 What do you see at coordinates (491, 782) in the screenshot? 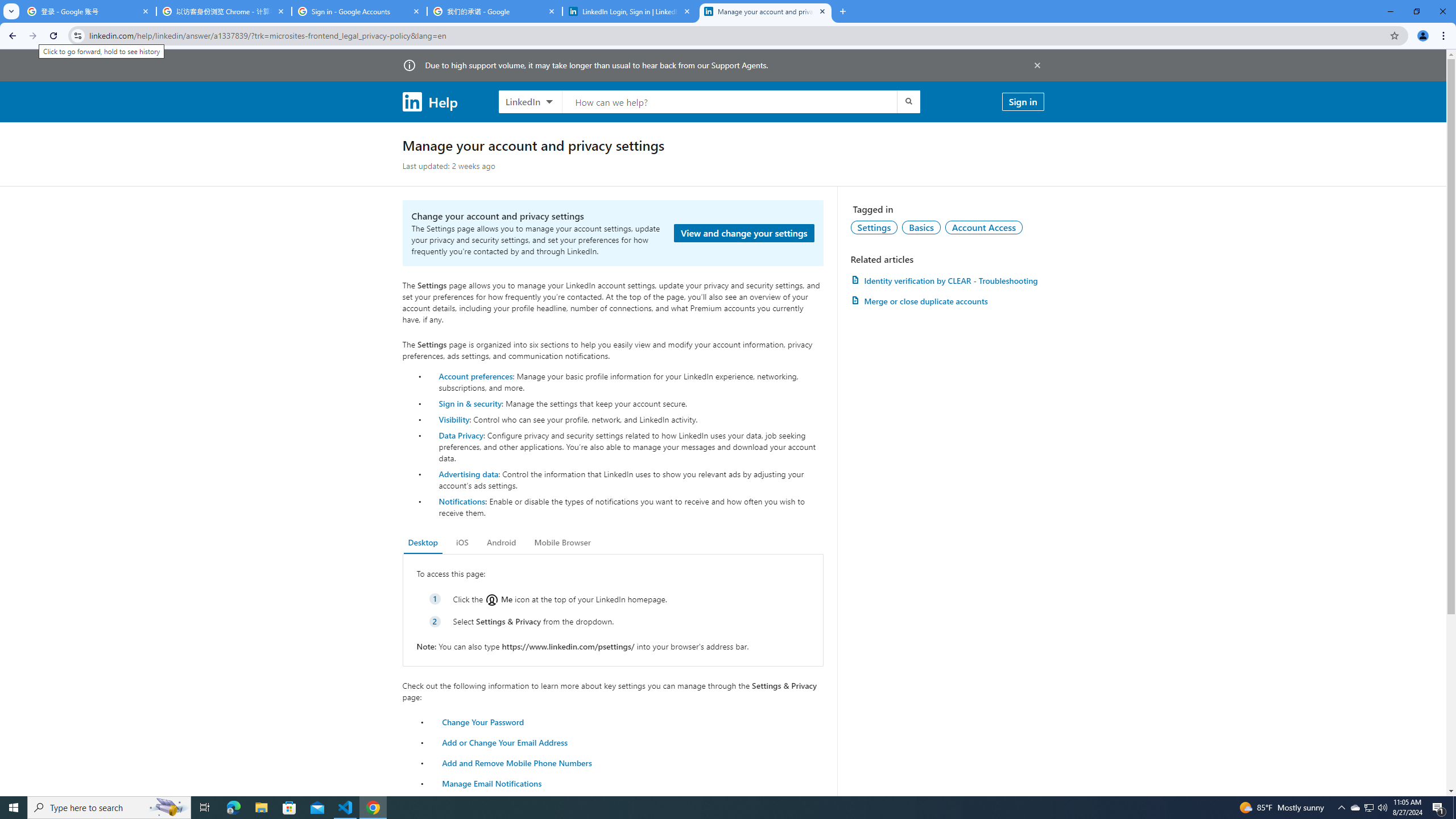
I see `'Manage Email Notifications'` at bounding box center [491, 782].